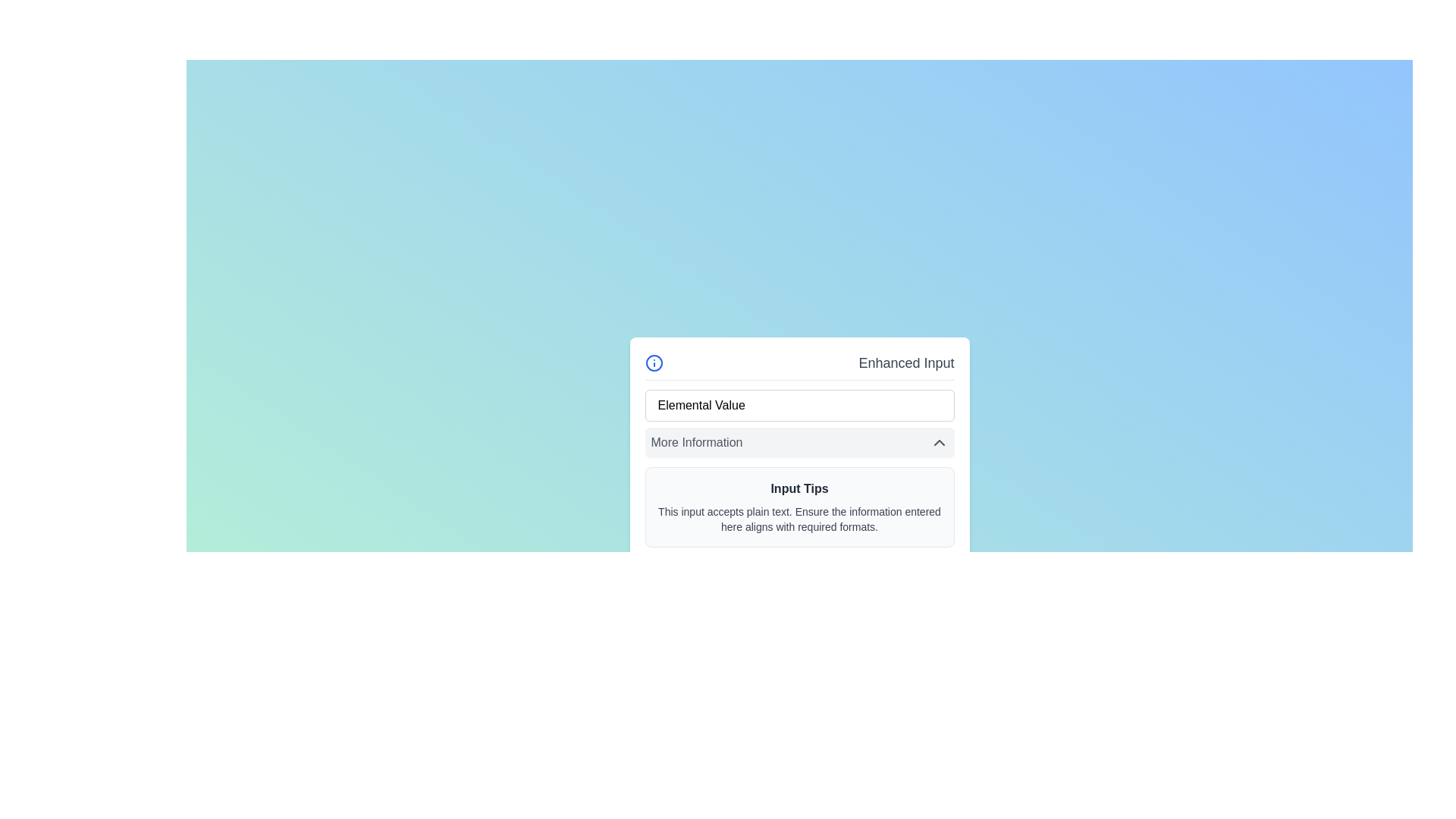 This screenshot has width=1456, height=819. I want to click on the Informational Text Component titled 'Input Tips', which contains guidance on text input requirements, so click(799, 507).